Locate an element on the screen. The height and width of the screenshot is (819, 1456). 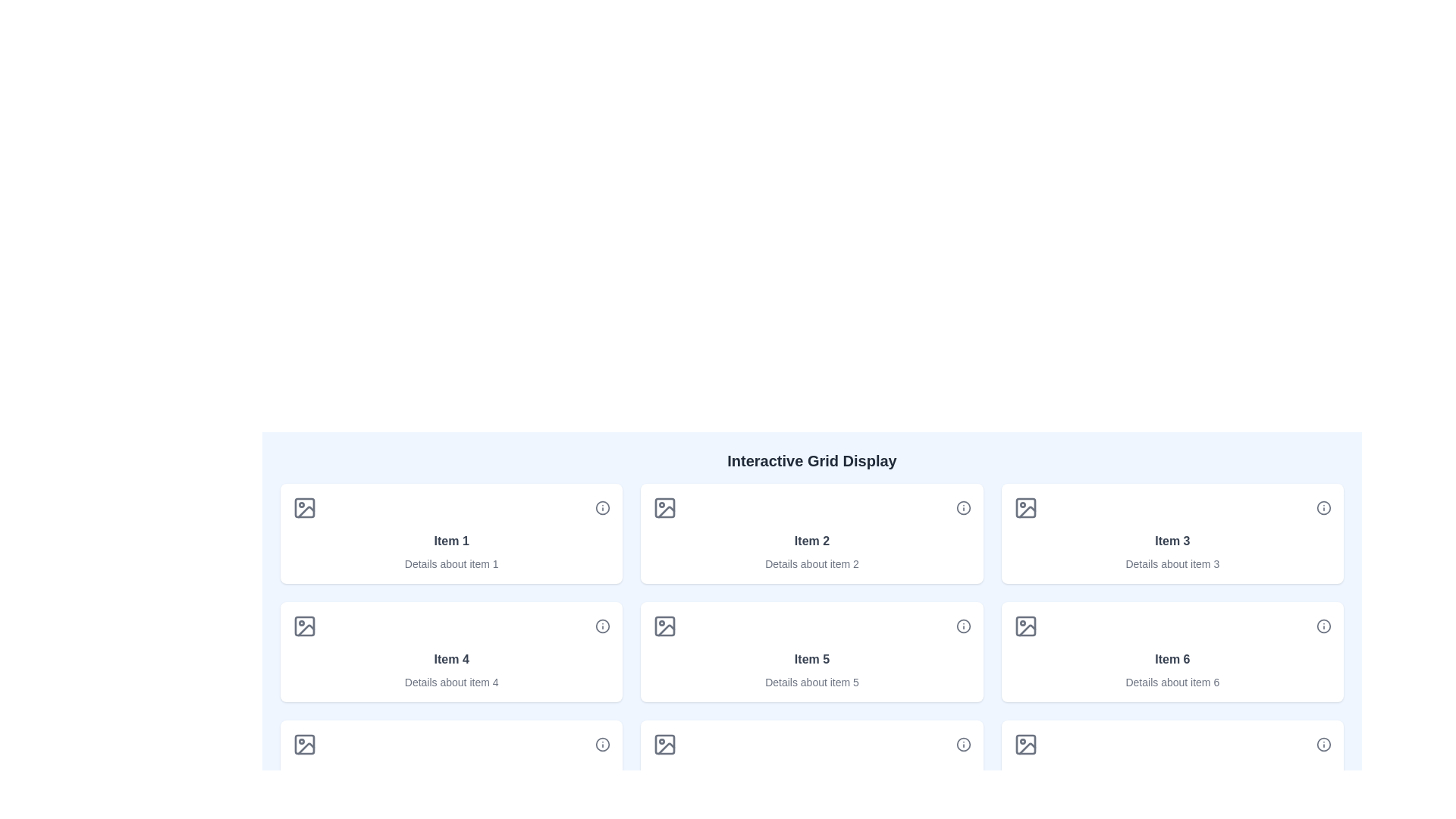
the background rectangle of the icon associated with 'Item 6' located in the lower-right section of the grid layout is located at coordinates (1025, 626).